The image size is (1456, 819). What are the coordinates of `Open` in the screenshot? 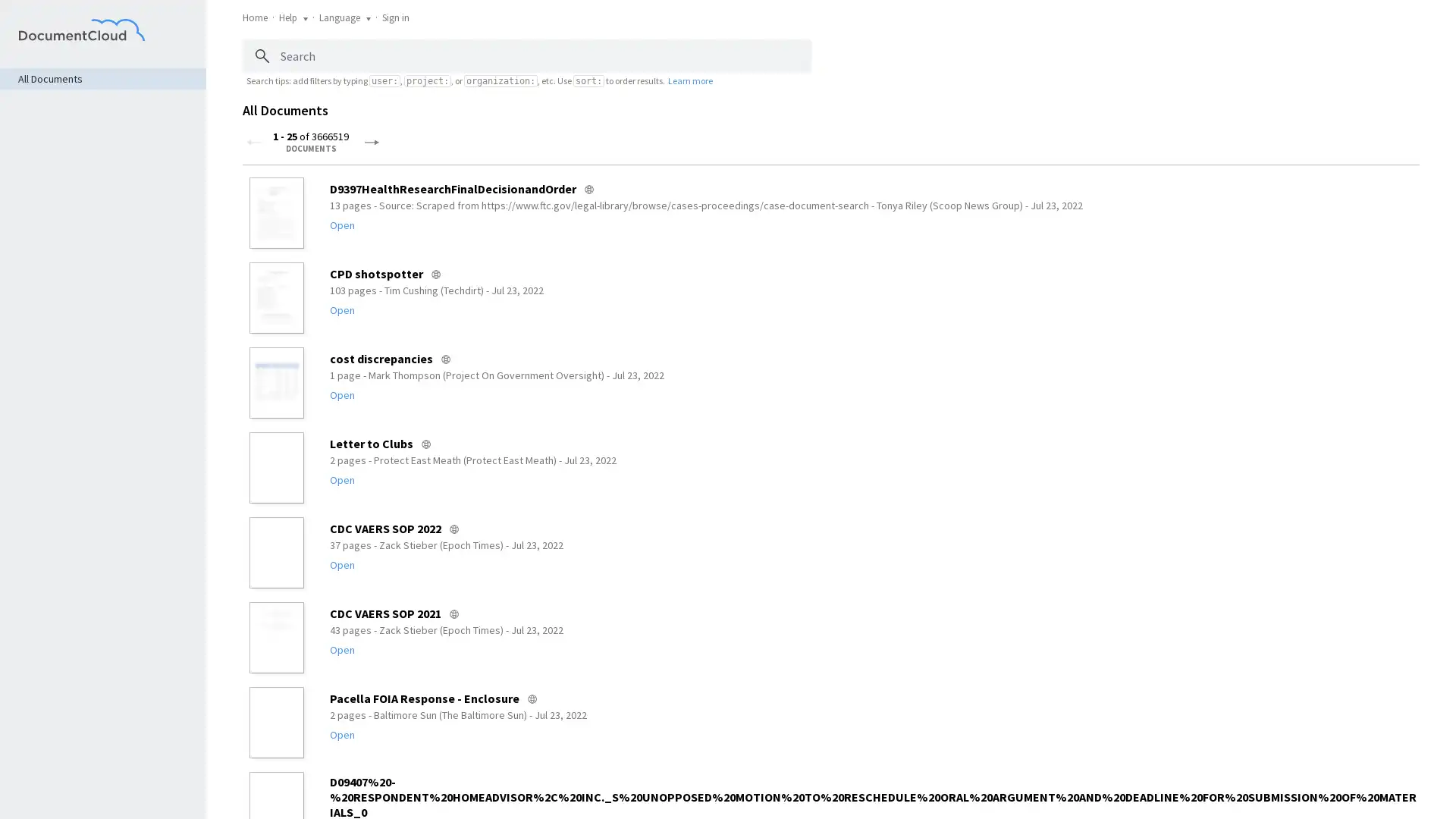 It's located at (341, 479).